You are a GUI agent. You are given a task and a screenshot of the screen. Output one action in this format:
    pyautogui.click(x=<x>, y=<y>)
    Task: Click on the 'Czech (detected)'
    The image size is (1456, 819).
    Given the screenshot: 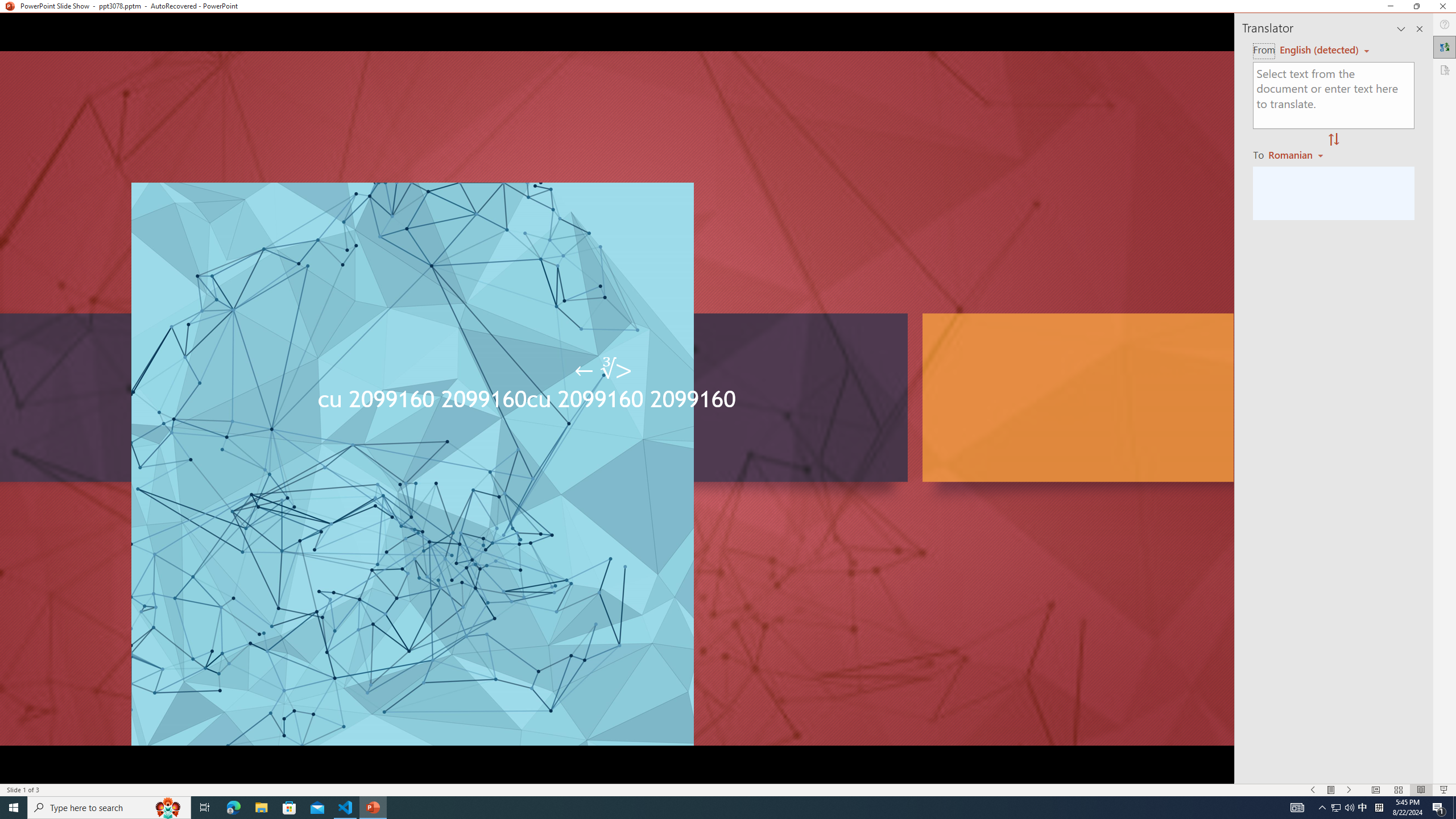 What is the action you would take?
    pyautogui.click(x=1319, y=50)
    